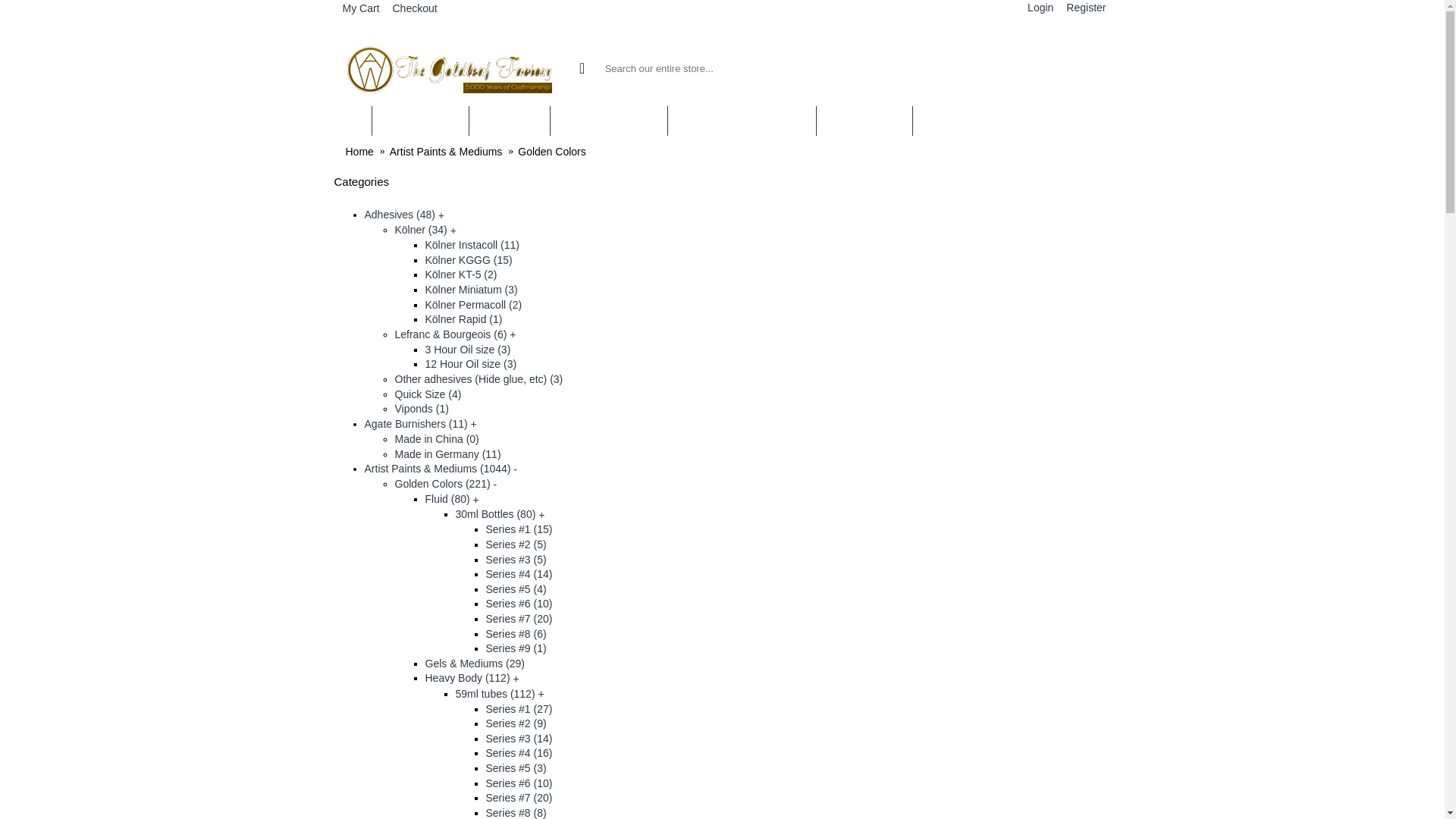  What do you see at coordinates (435, 438) in the screenshot?
I see `'Made in China (0)'` at bounding box center [435, 438].